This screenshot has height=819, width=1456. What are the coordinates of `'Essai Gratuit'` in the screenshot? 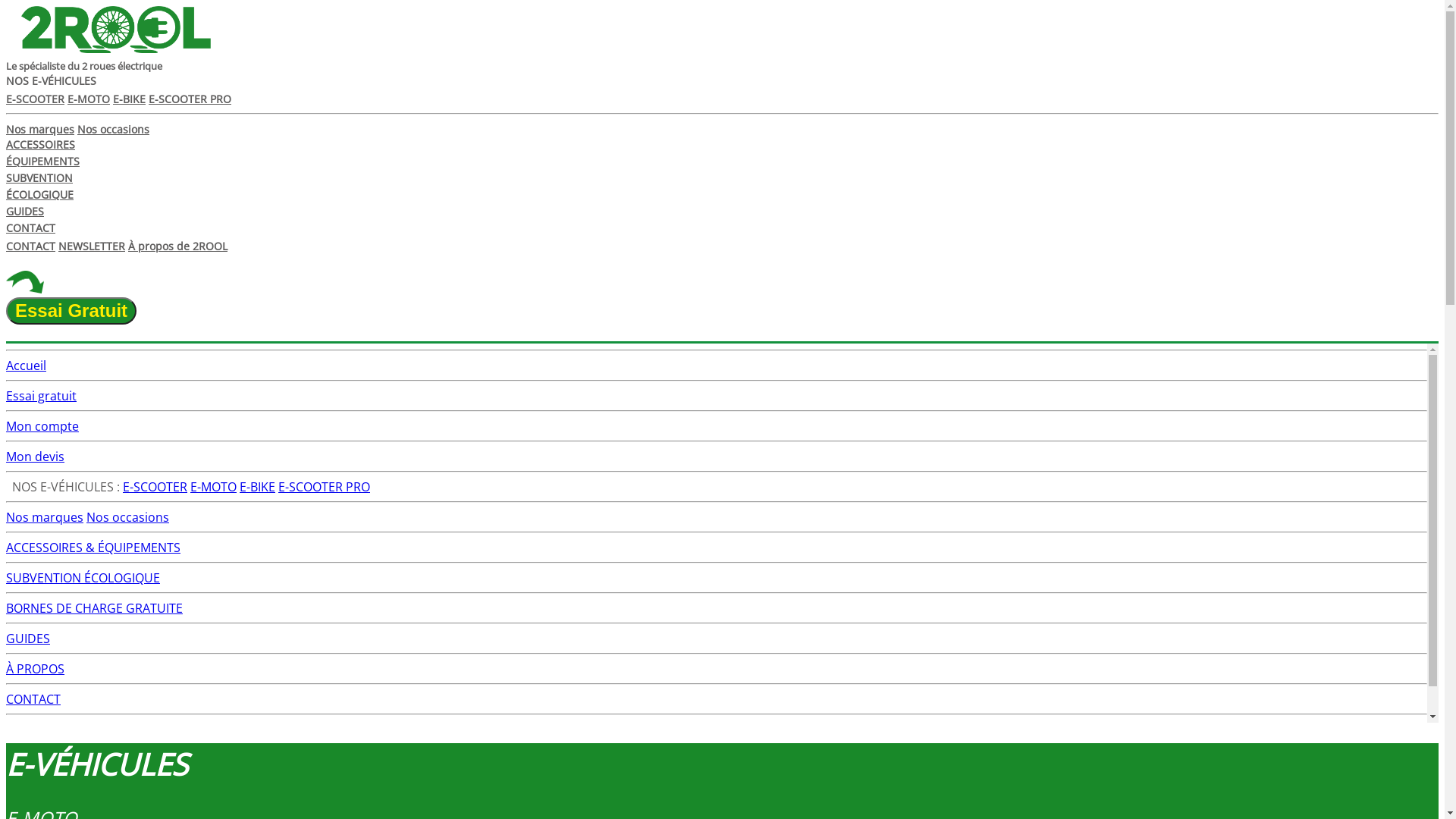 It's located at (71, 309).